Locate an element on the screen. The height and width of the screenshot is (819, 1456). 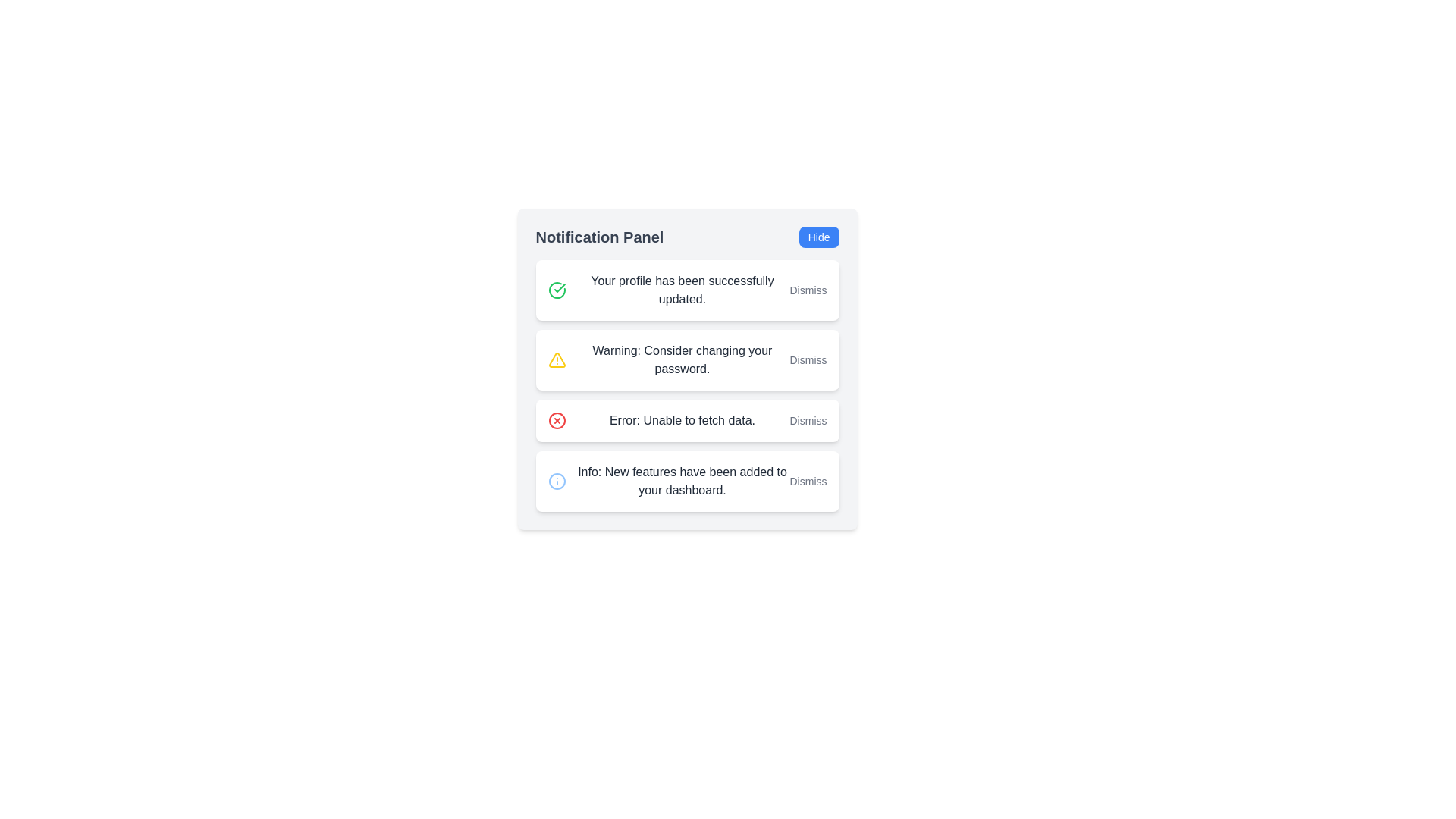
the dismiss link located on the far-right side of the notification message stating 'Your profile has been successfully updated.' is located at coordinates (807, 290).